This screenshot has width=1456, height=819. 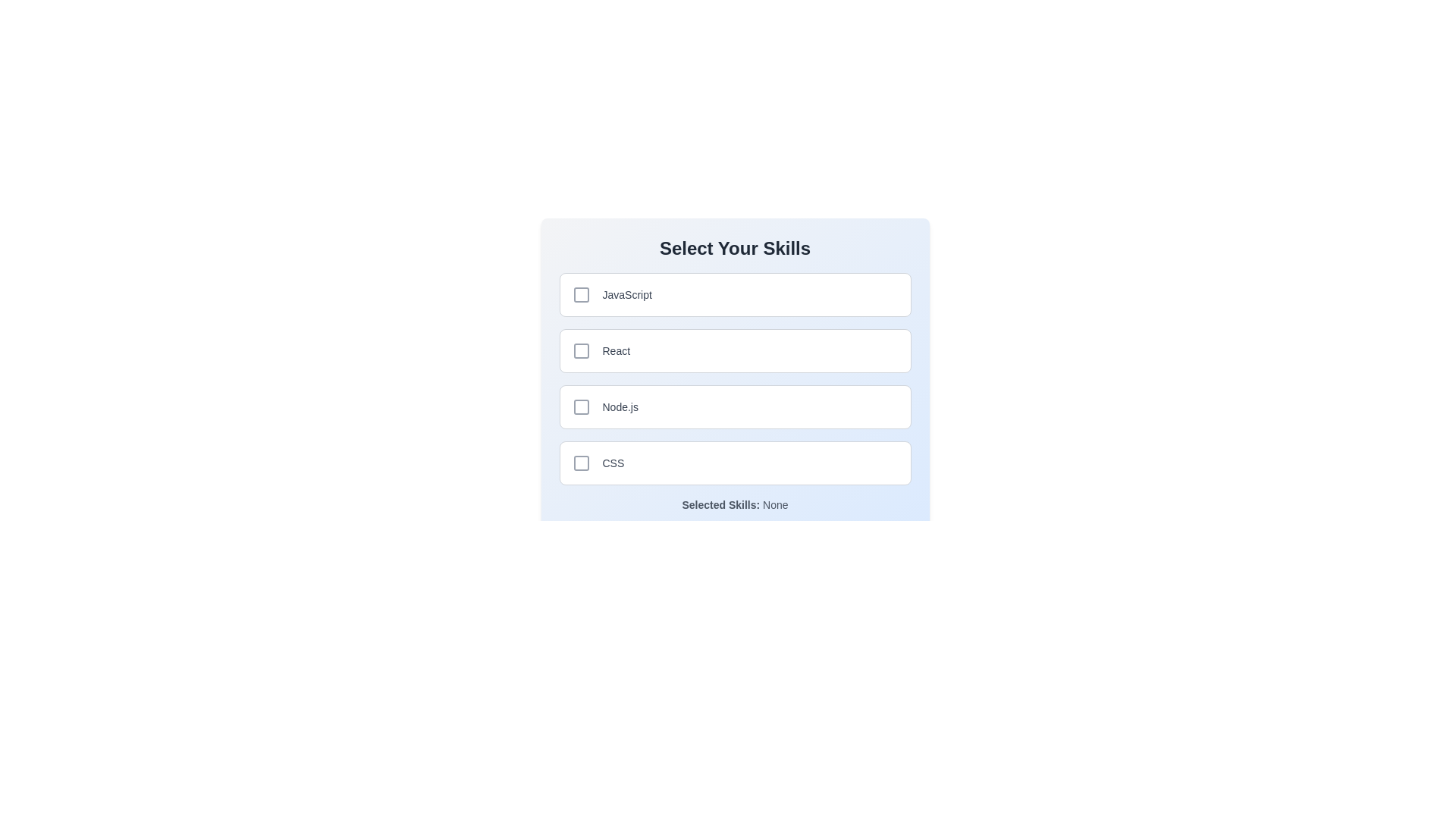 I want to click on the Label/Text Display that indicates the category 'Selected Skills:' which precedes the text span stating 'None', so click(x=720, y=505).